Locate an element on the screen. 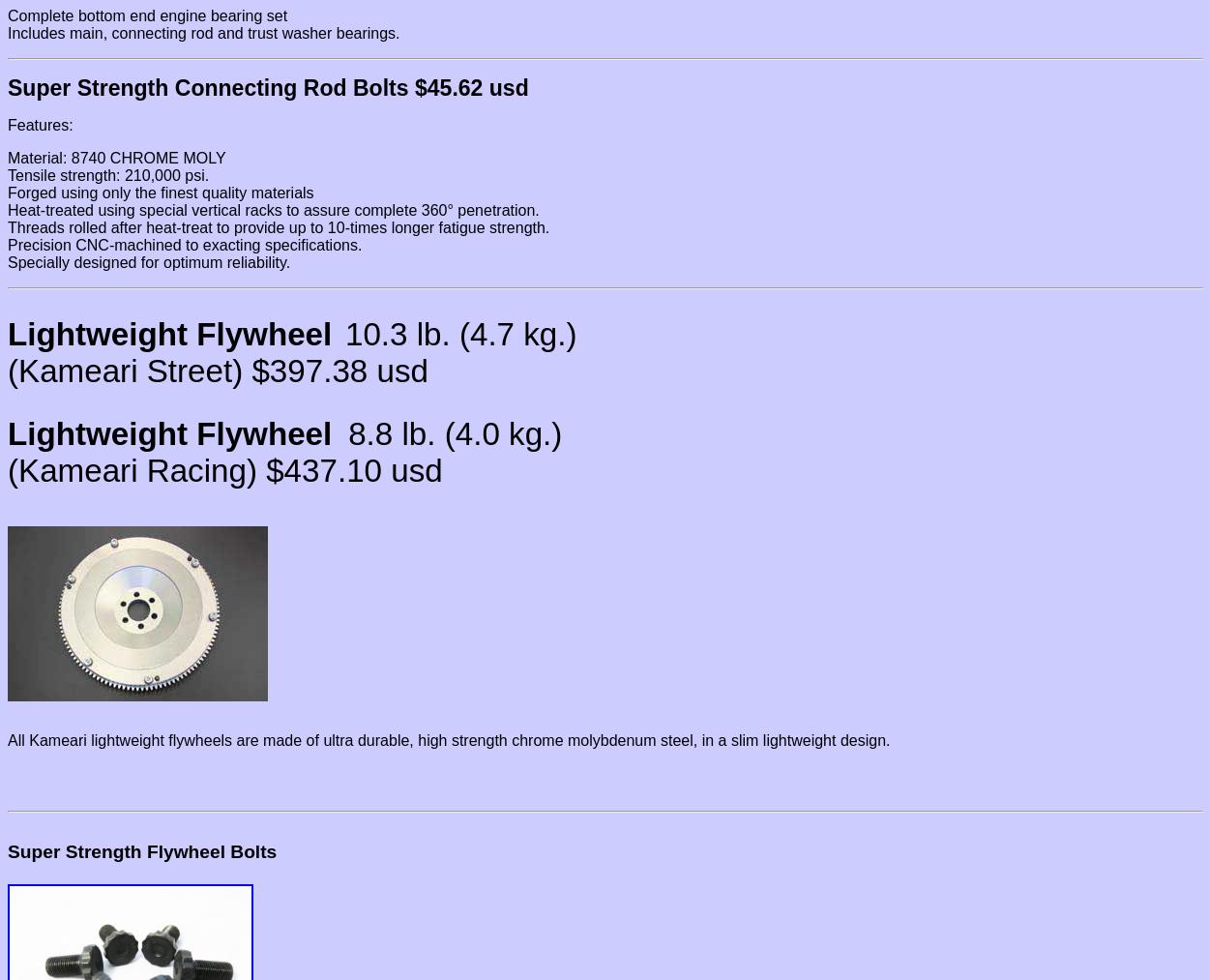 Image resolution: width=1209 pixels, height=980 pixels. 'Precision CNC-machined to exacting specifications.' is located at coordinates (8, 244).